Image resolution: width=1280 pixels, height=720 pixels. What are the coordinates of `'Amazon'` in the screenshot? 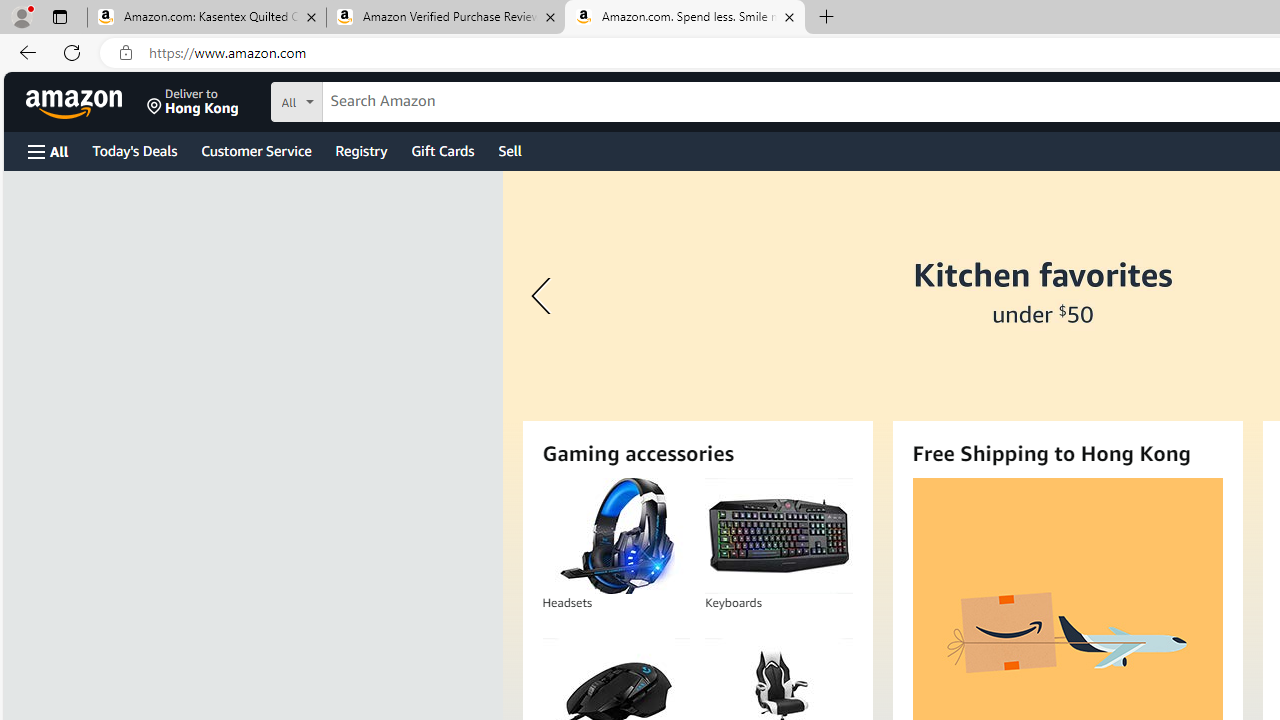 It's located at (76, 101).